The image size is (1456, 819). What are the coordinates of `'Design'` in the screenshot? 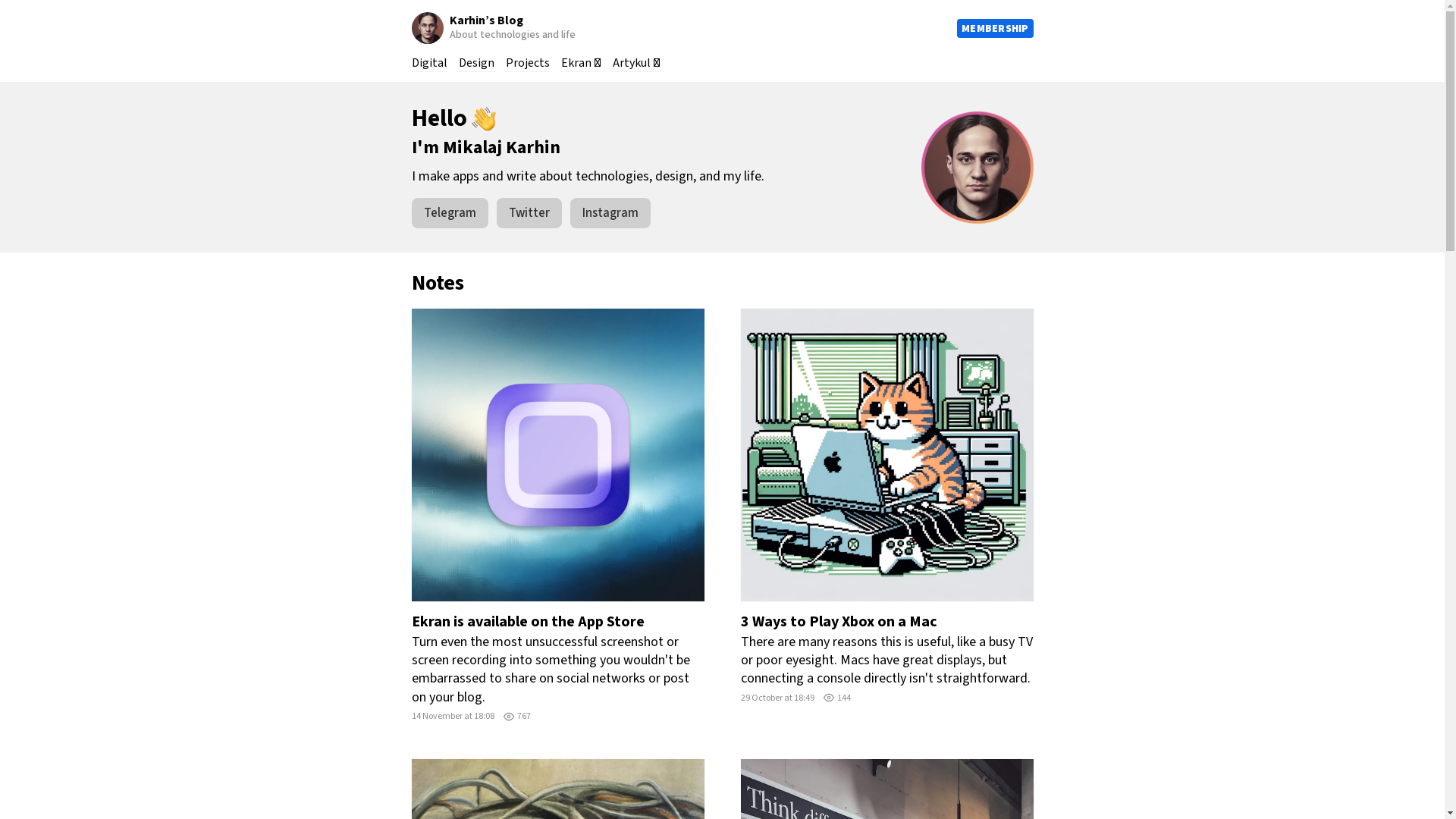 It's located at (475, 62).